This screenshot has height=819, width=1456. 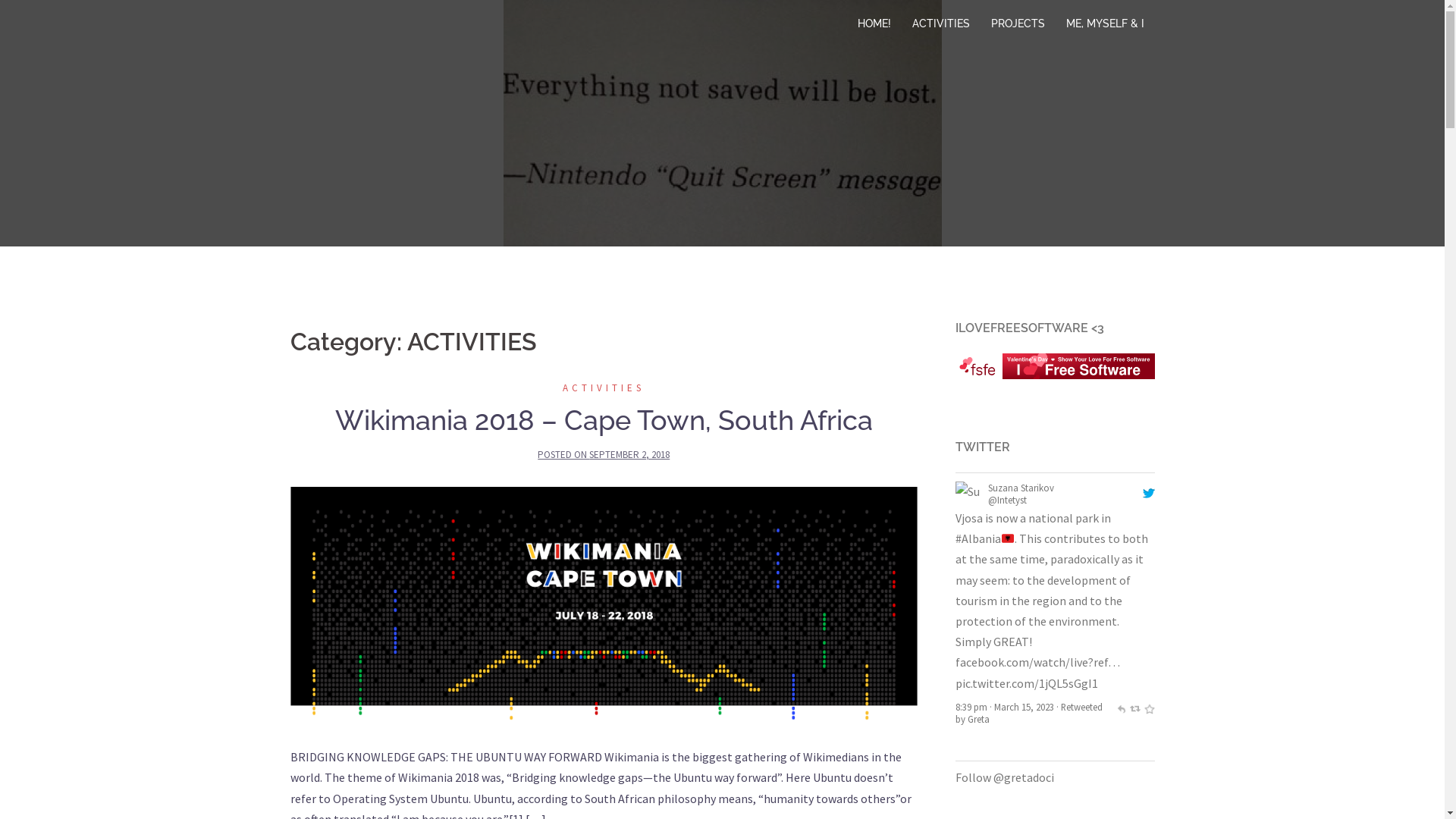 I want to click on 'Suzana Starikov', so click(x=968, y=493).